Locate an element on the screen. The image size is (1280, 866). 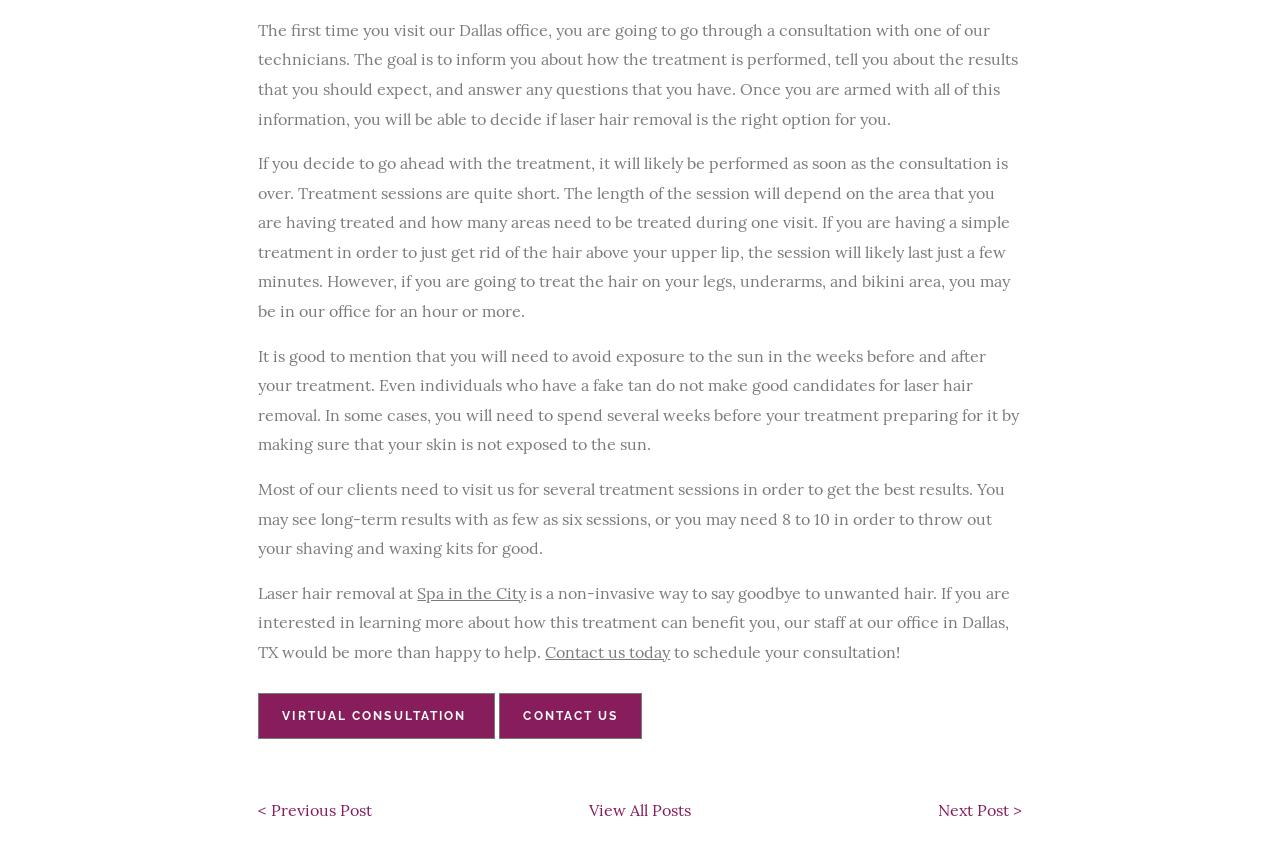
'Laser hair removal at' is located at coordinates (337, 591).